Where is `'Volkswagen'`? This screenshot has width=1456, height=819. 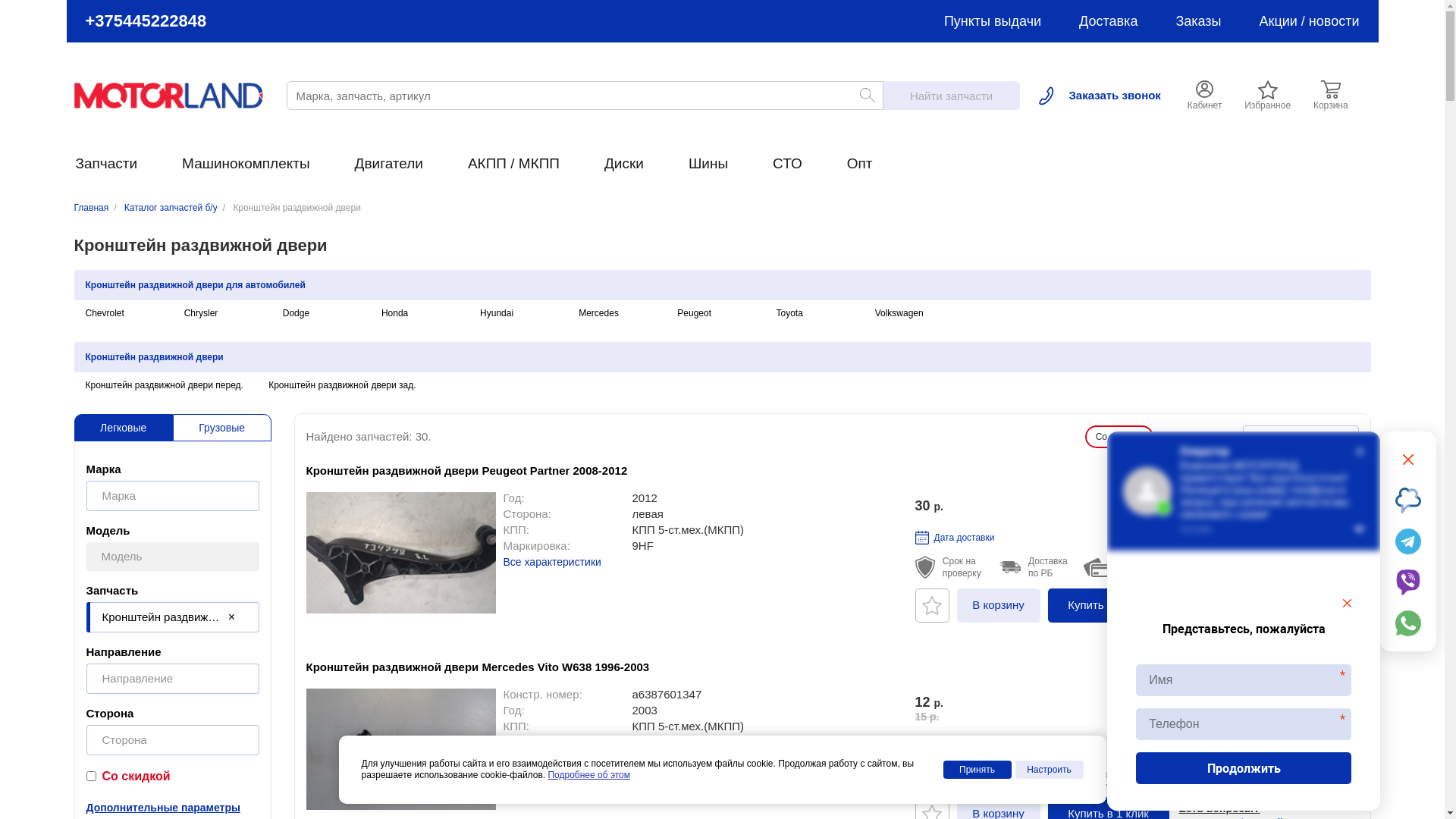
'Volkswagen' is located at coordinates (899, 312).